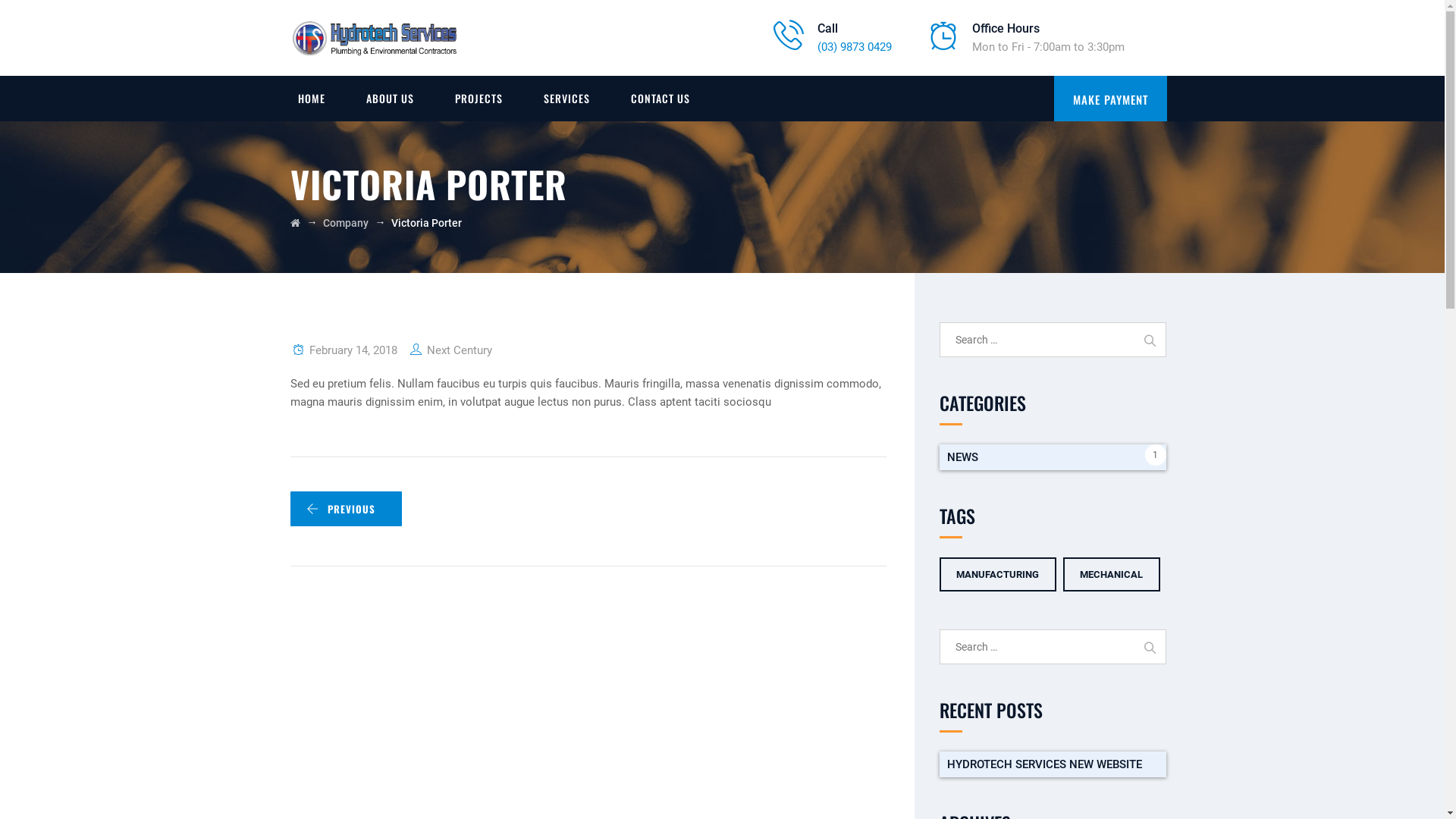 Image resolution: width=1456 pixels, height=819 pixels. What do you see at coordinates (611, 99) in the screenshot?
I see `'CONTACT US'` at bounding box center [611, 99].